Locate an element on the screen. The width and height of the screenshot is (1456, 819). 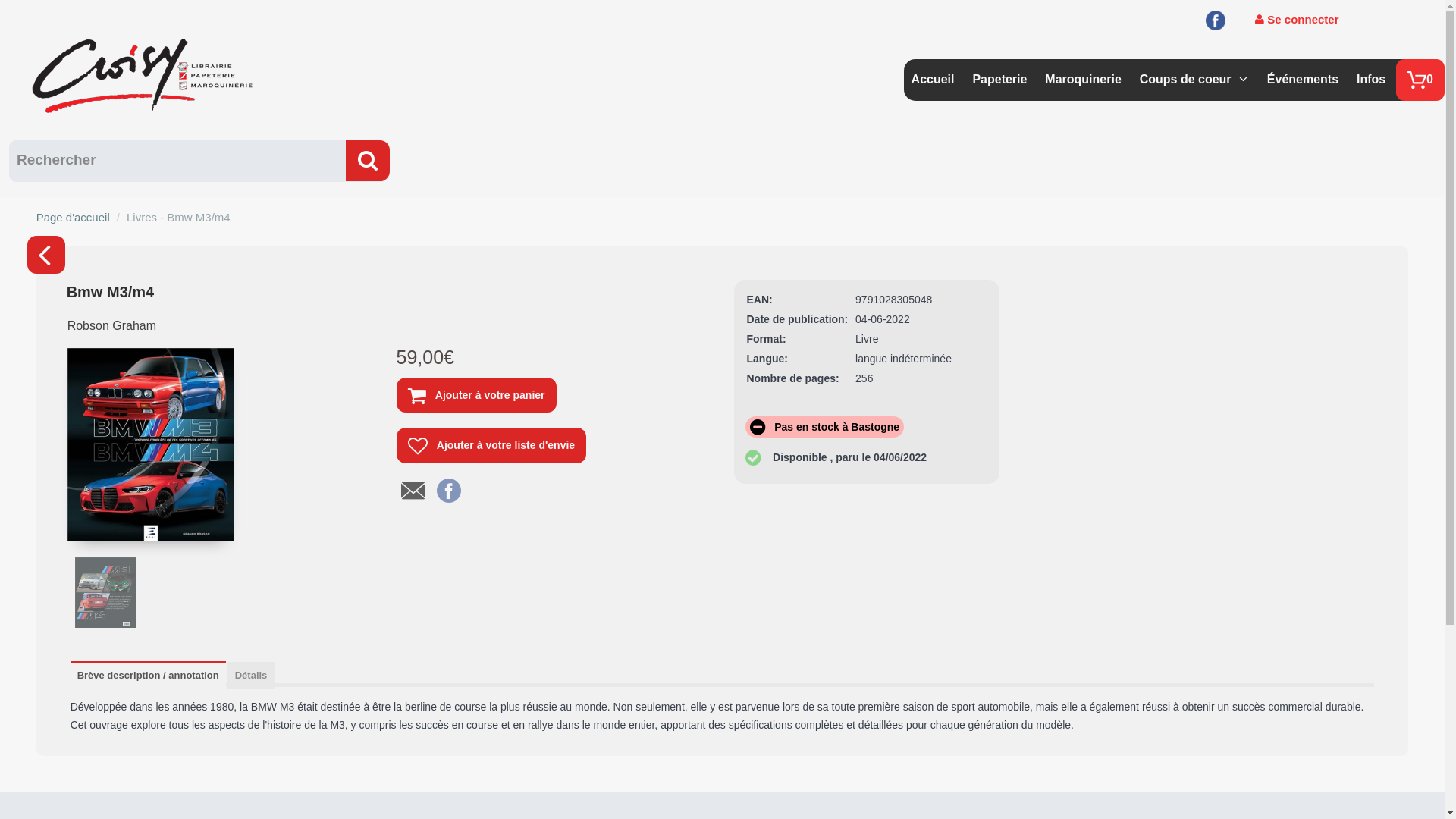
'Maroquinerie' is located at coordinates (1043, 74).